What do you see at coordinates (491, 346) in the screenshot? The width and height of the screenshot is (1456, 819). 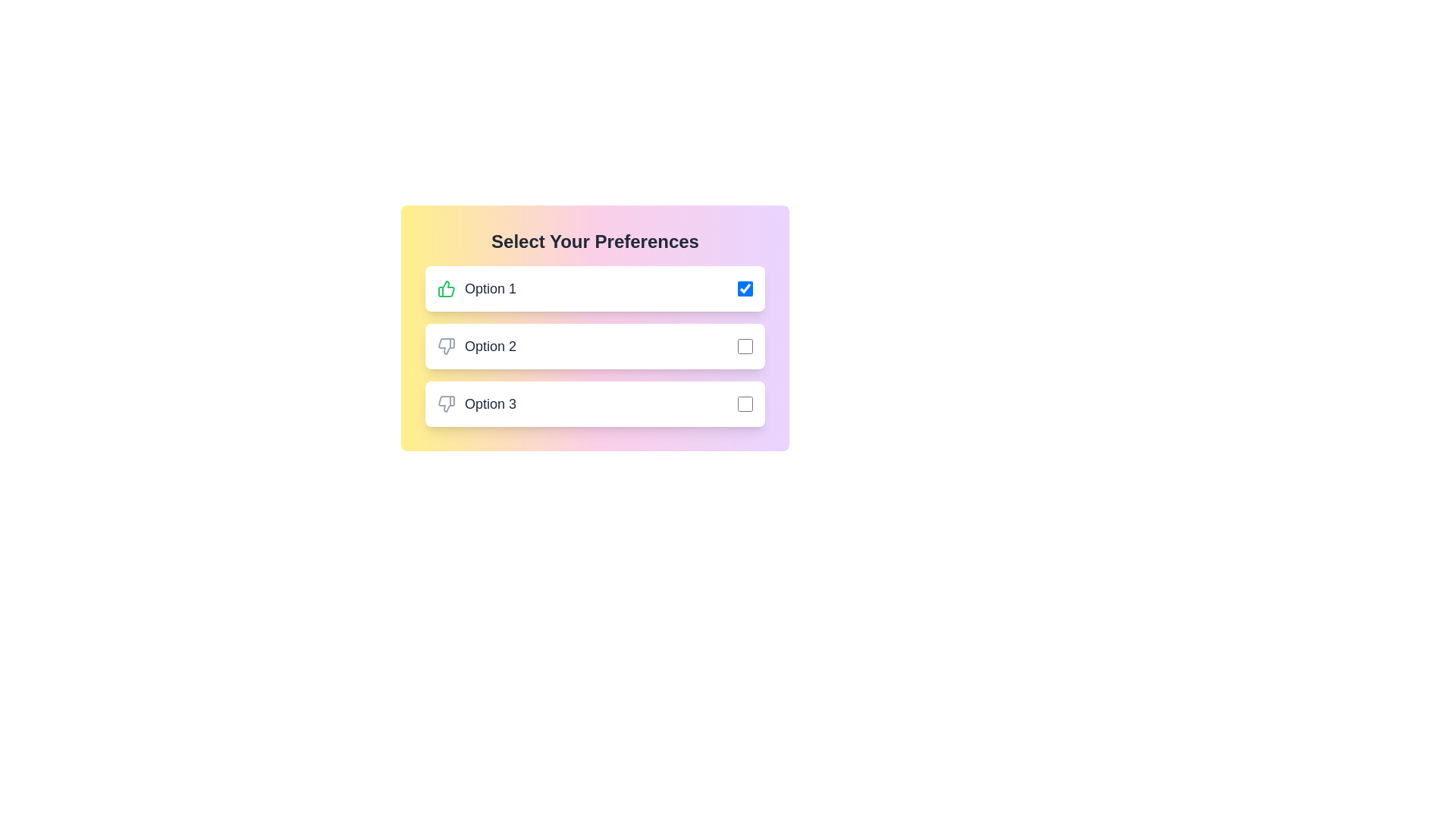 I see `text of the label displaying the second preference option, located in the vertical list between 'Option 1' and 'Option 3', to the right of an icon` at bounding box center [491, 346].